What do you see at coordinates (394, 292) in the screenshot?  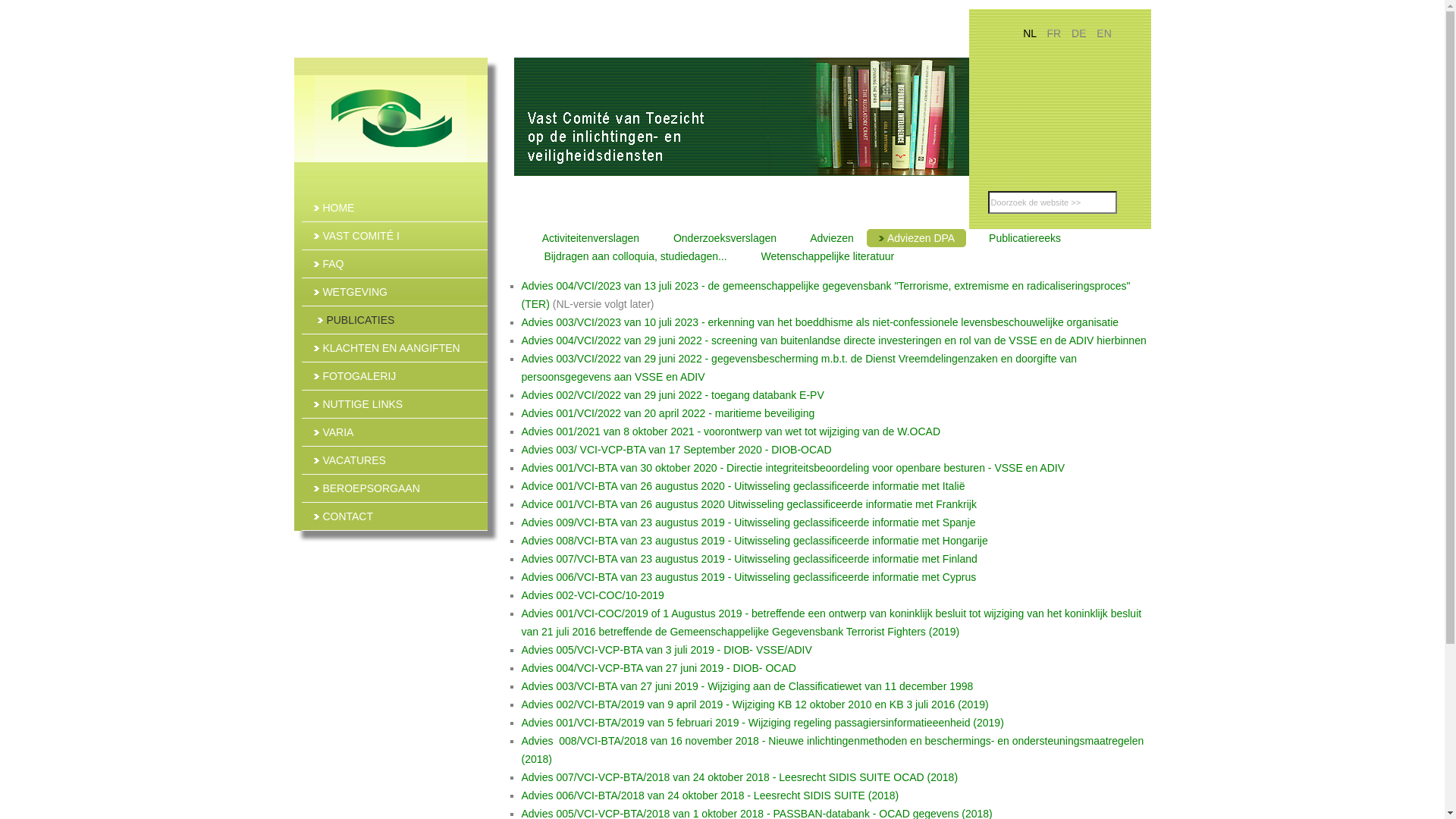 I see `'WETGEVING'` at bounding box center [394, 292].